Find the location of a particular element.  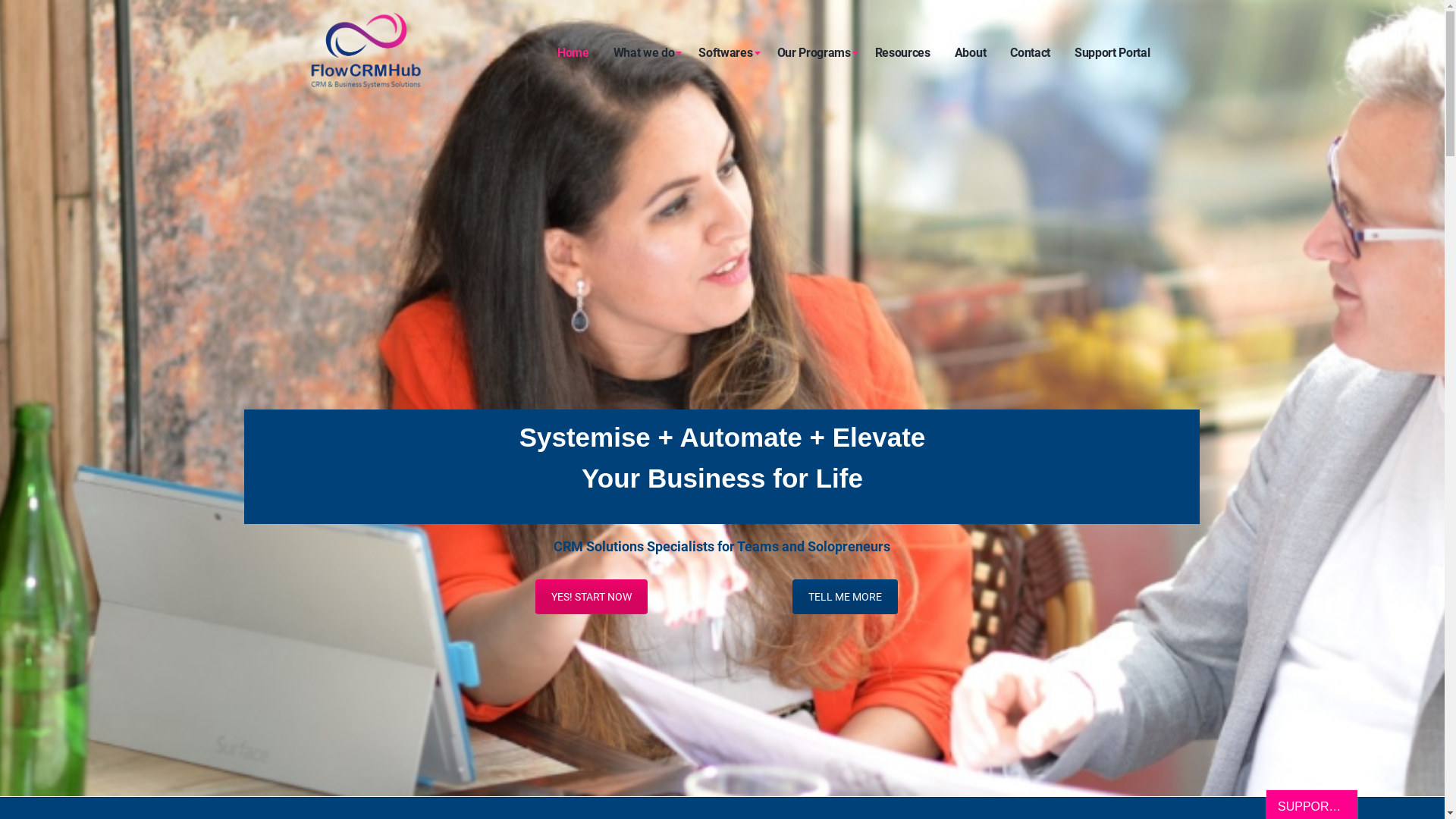

'Support Portal' is located at coordinates (1112, 52).